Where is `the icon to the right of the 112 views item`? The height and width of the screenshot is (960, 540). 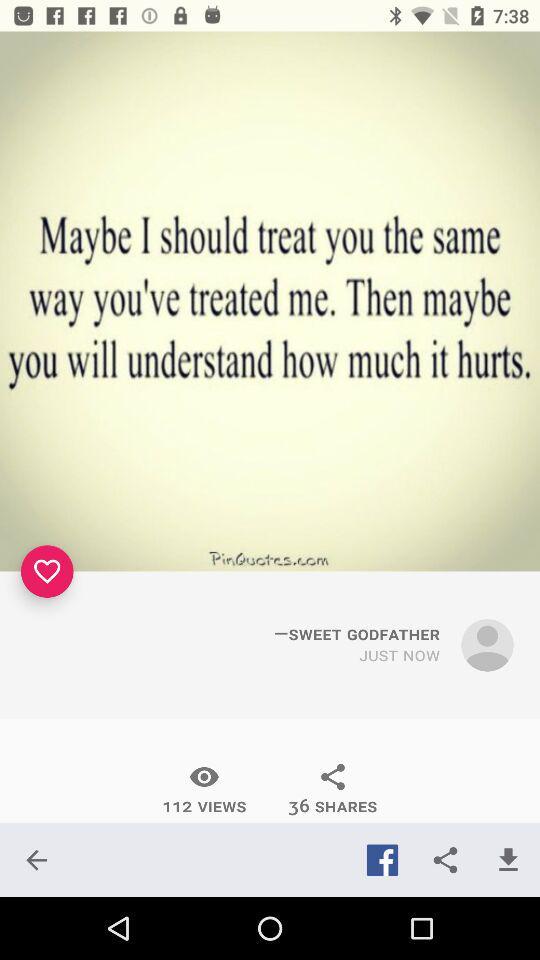 the icon to the right of the 112 views item is located at coordinates (333, 789).